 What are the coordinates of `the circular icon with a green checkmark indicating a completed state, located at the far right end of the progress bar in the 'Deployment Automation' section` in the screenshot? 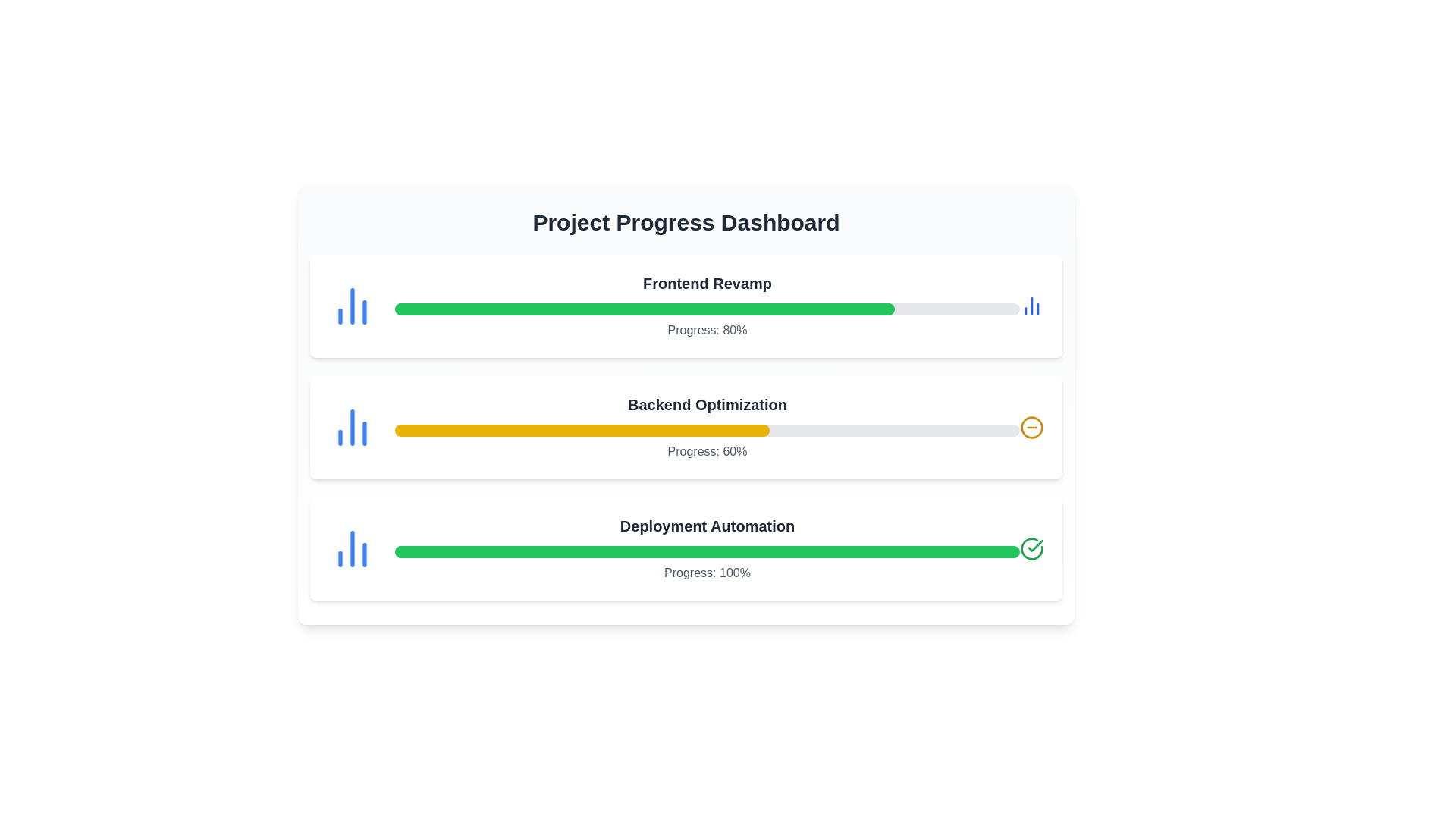 It's located at (1031, 549).